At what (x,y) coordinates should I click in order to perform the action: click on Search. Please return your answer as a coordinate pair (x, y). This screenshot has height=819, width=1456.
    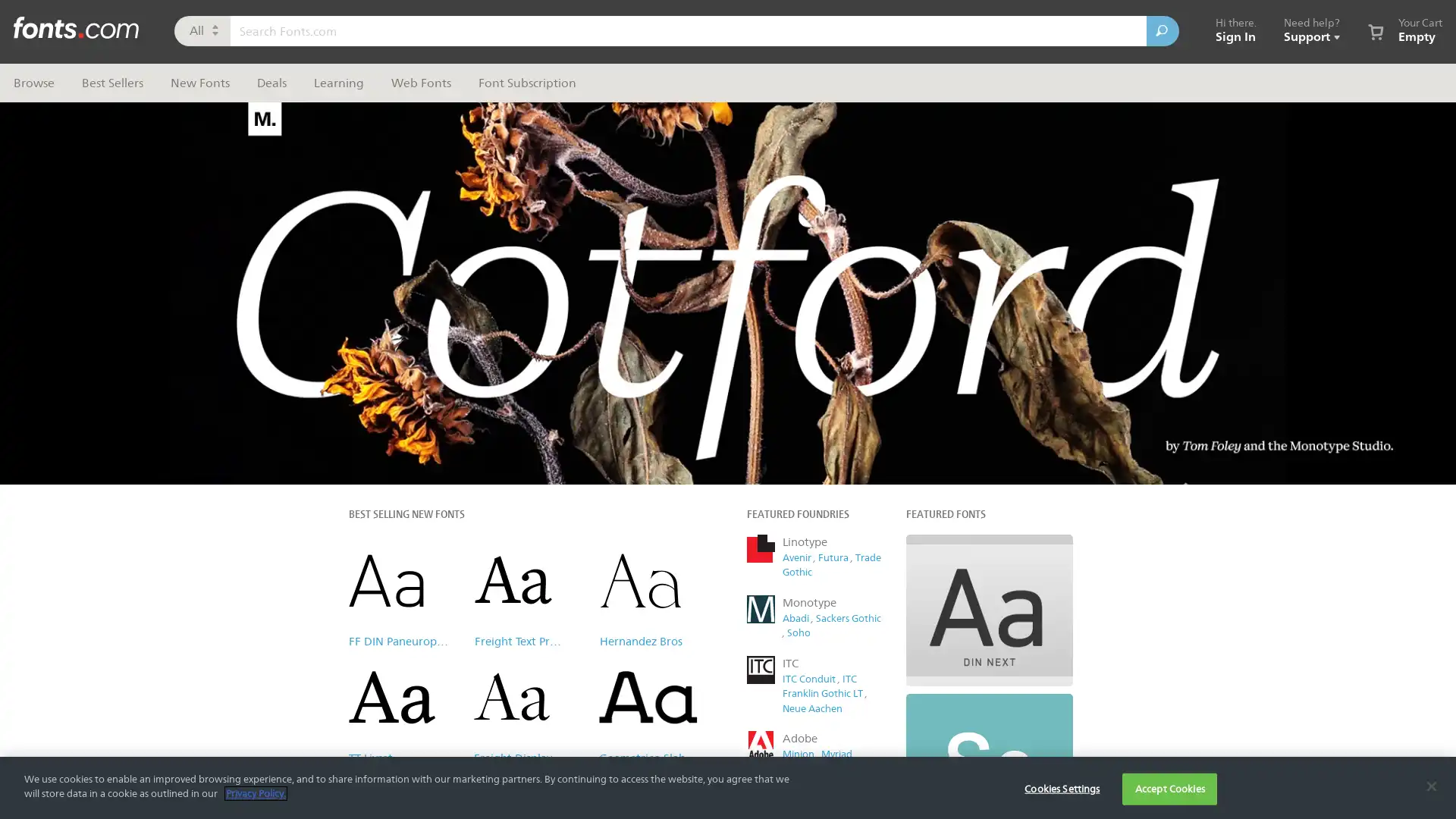
    Looking at the image, I should click on (1162, 31).